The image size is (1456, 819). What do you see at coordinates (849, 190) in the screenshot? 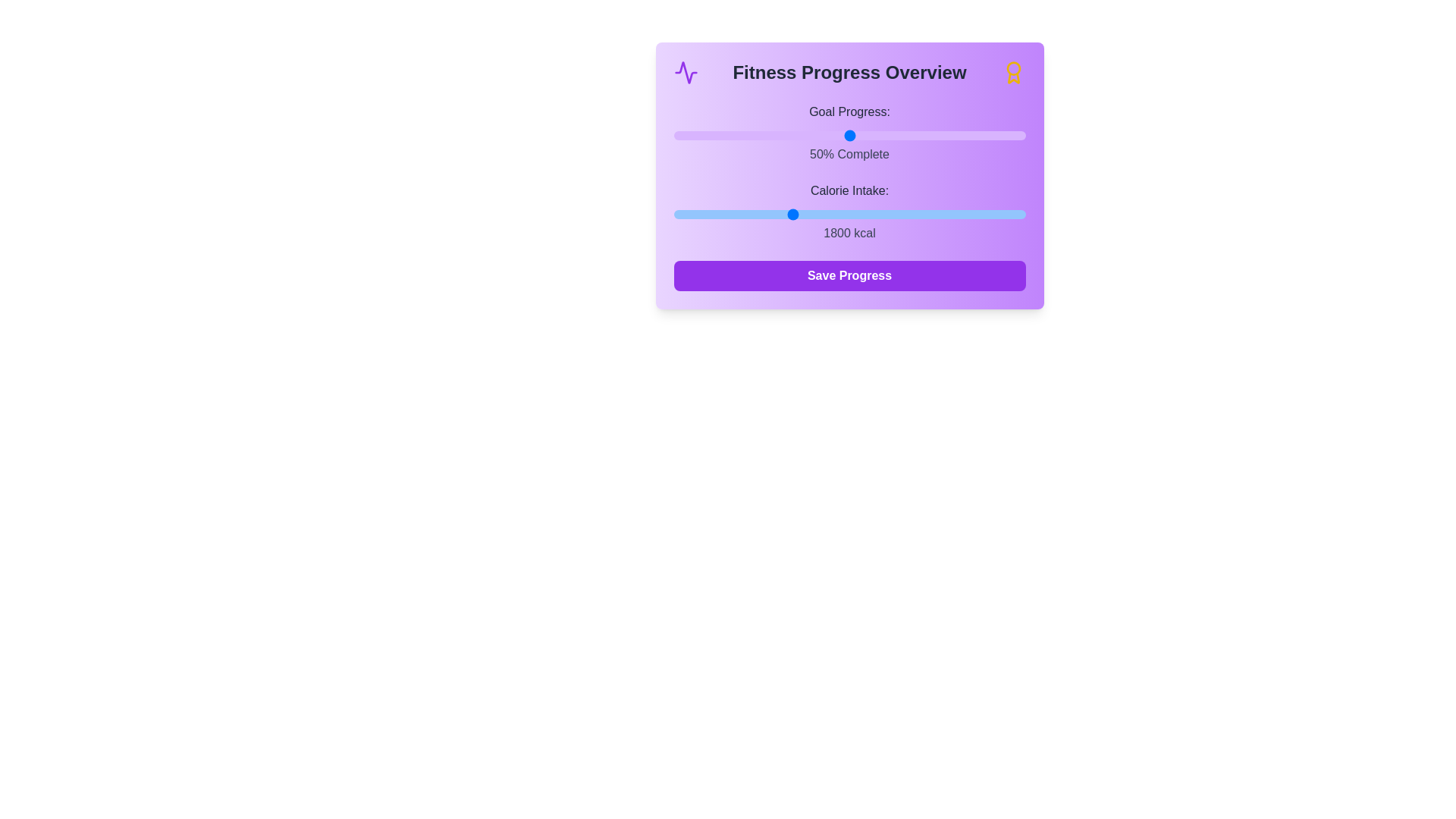
I see `the text label 'Calorie Intake:' which is styled with a bold font and located within a purple-themed fitness progress card` at bounding box center [849, 190].